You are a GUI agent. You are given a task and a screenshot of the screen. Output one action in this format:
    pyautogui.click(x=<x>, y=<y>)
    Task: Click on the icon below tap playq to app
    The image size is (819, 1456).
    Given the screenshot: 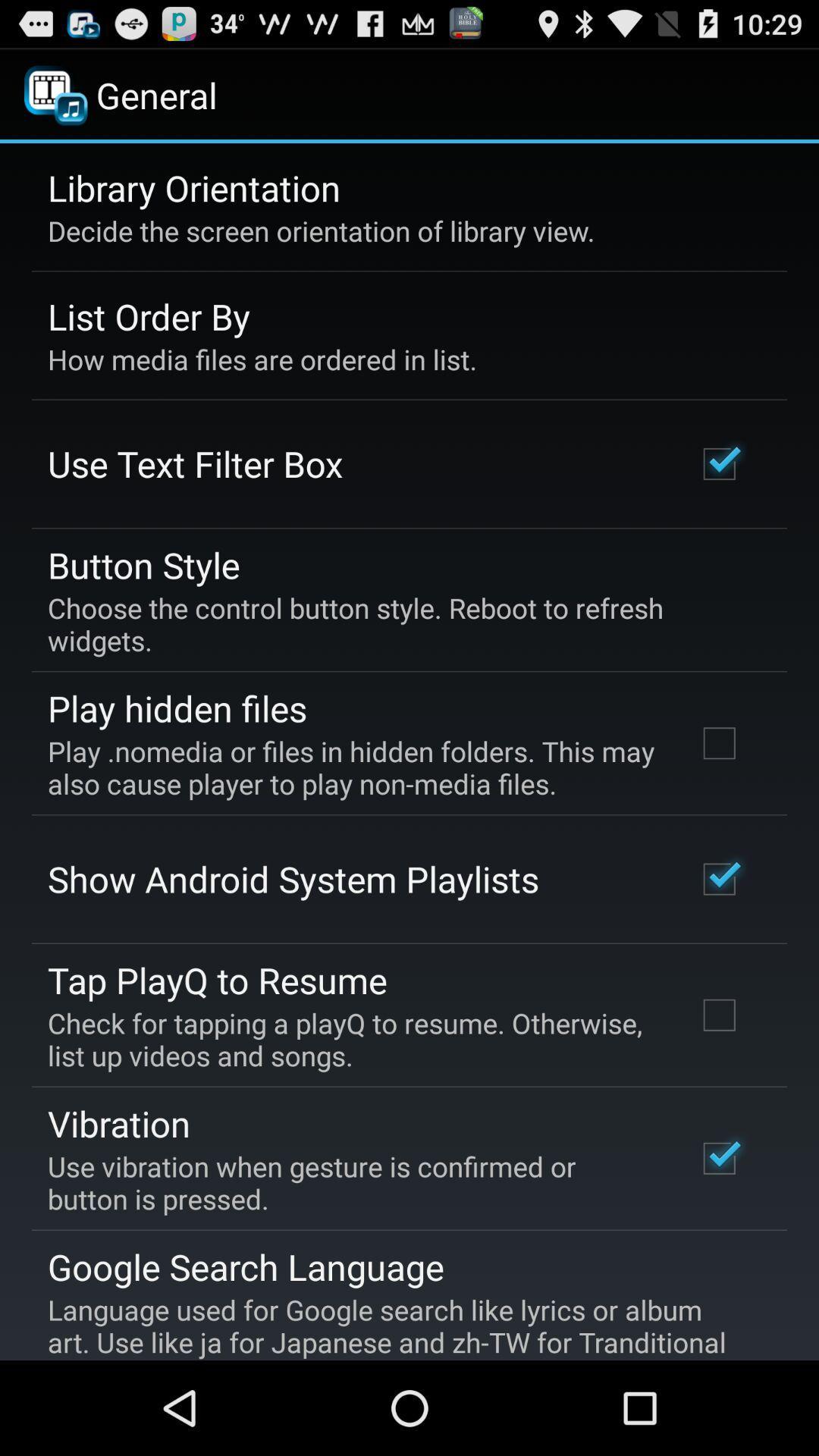 What is the action you would take?
    pyautogui.click(x=351, y=1038)
    